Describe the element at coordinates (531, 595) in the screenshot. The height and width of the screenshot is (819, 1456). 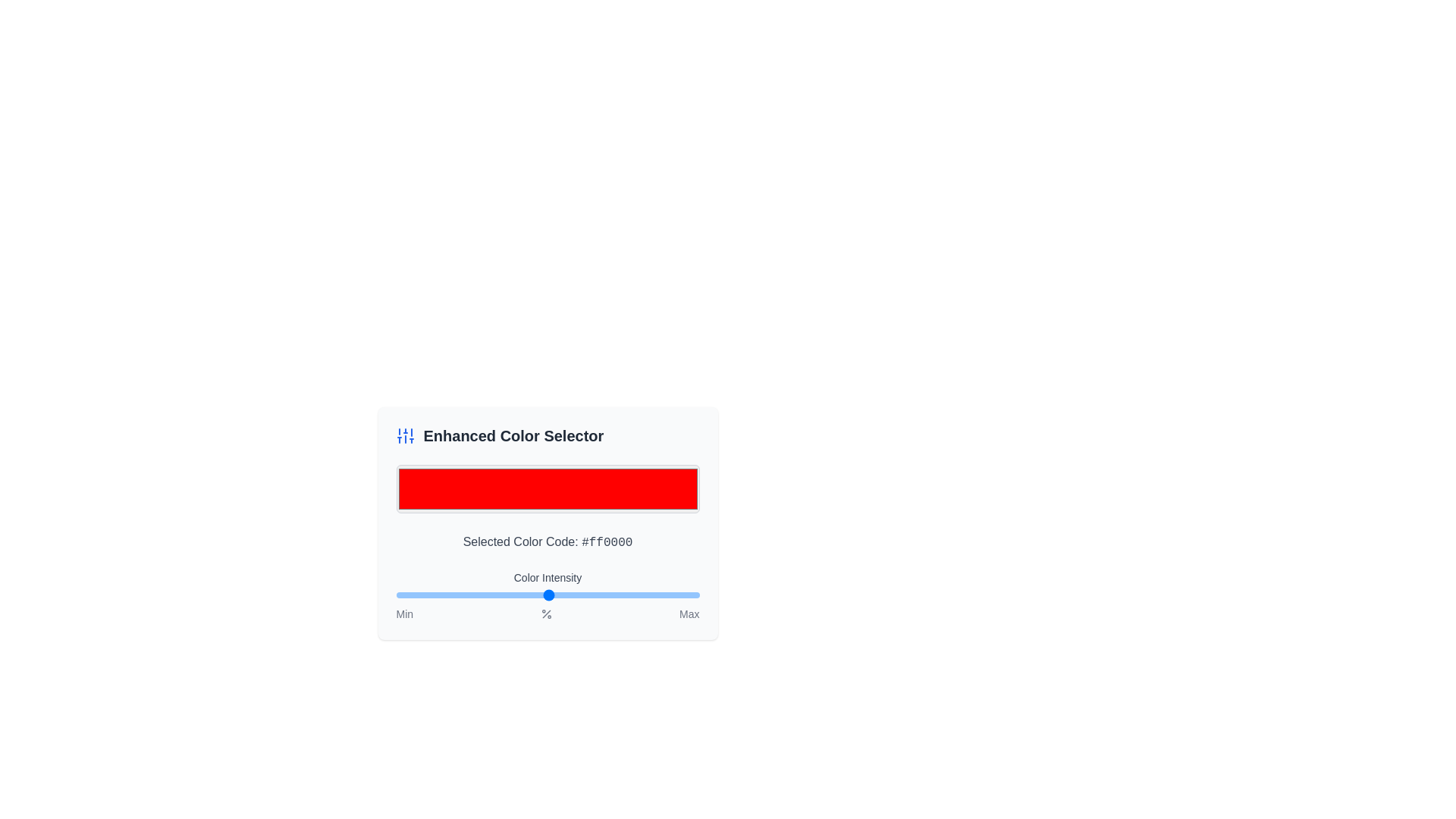
I see `the slider value` at that location.